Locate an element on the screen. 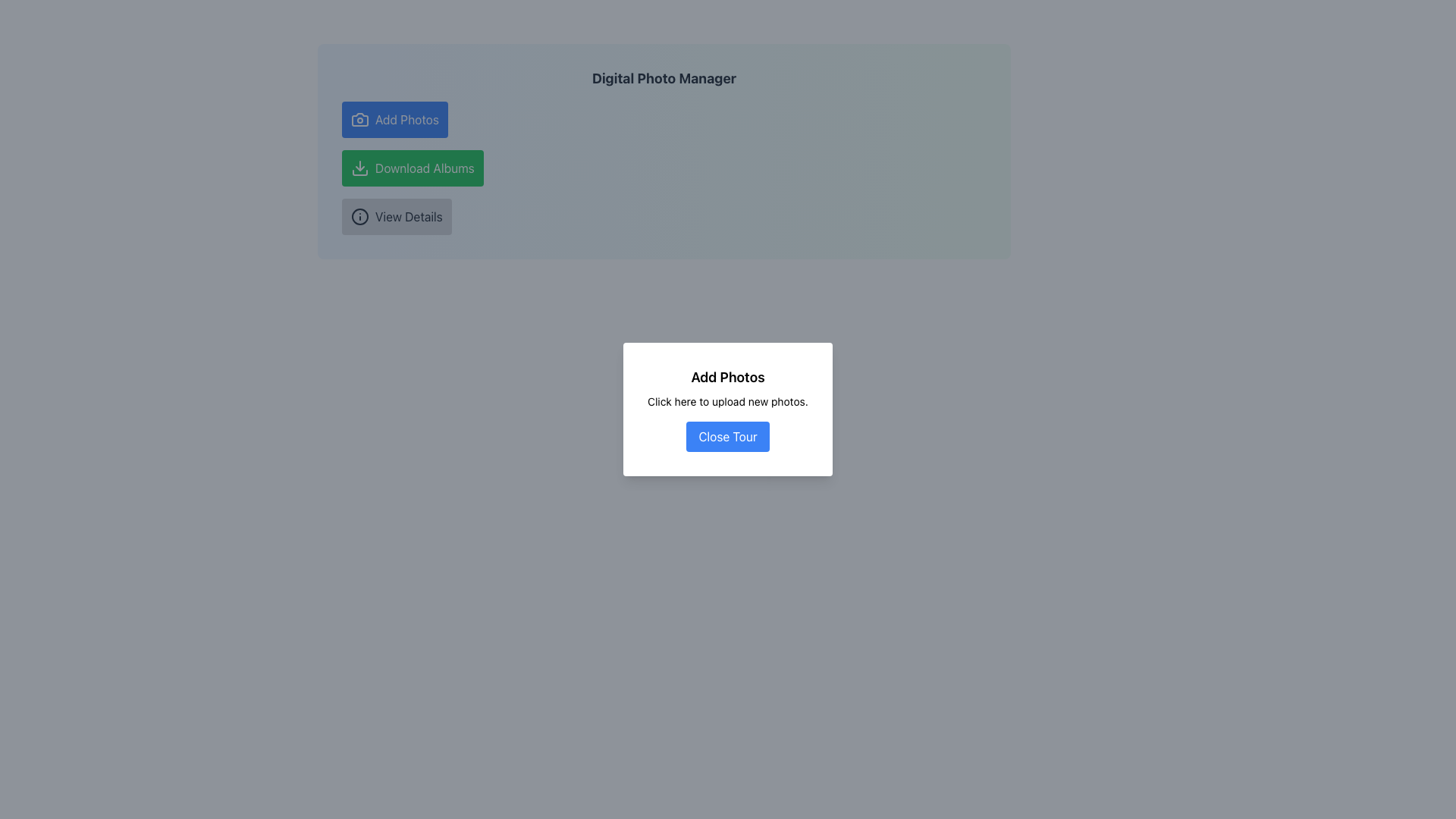 The height and width of the screenshot is (819, 1456). the green 'Download Albums' button with a white text label and a downward arrow icon is located at coordinates (413, 168).